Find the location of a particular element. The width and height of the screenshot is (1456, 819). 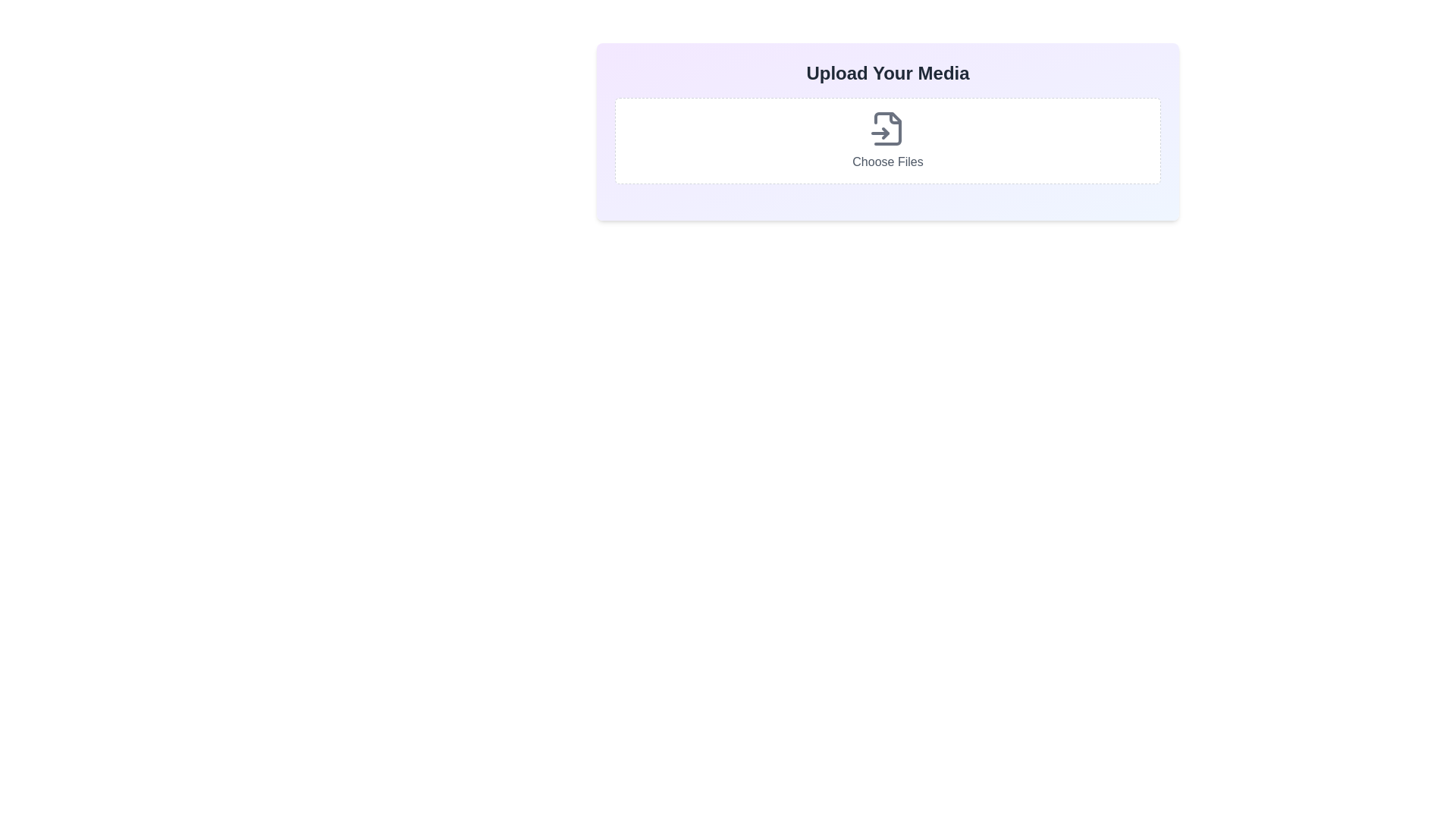

the File input button located below the 'Upload Your Media' heading is located at coordinates (888, 140).